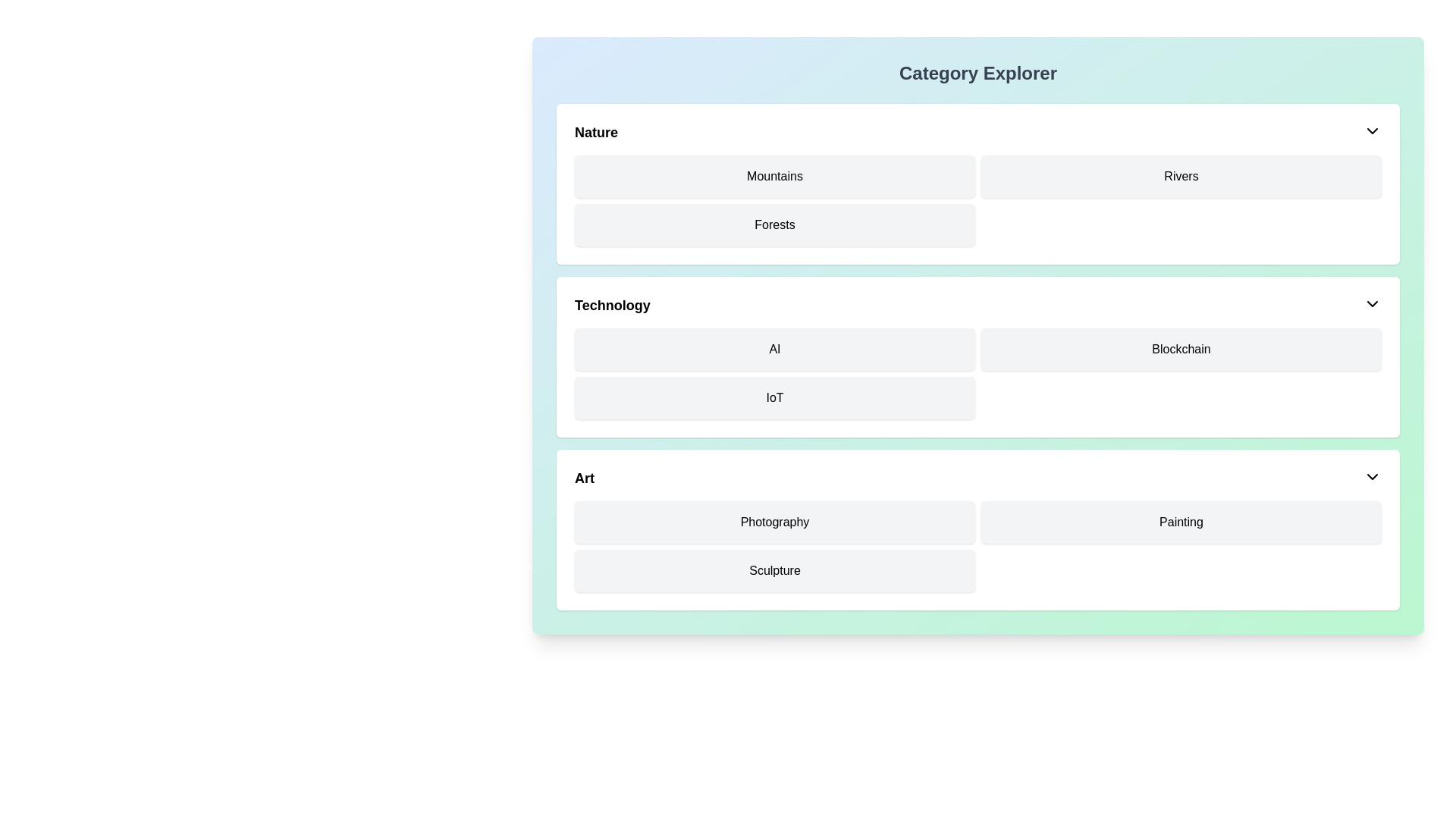 The height and width of the screenshot is (819, 1456). What do you see at coordinates (775, 175) in the screenshot?
I see `the 'Mountains' button, which has a light-gray background and displays the text 'Mountains' centered within it` at bounding box center [775, 175].